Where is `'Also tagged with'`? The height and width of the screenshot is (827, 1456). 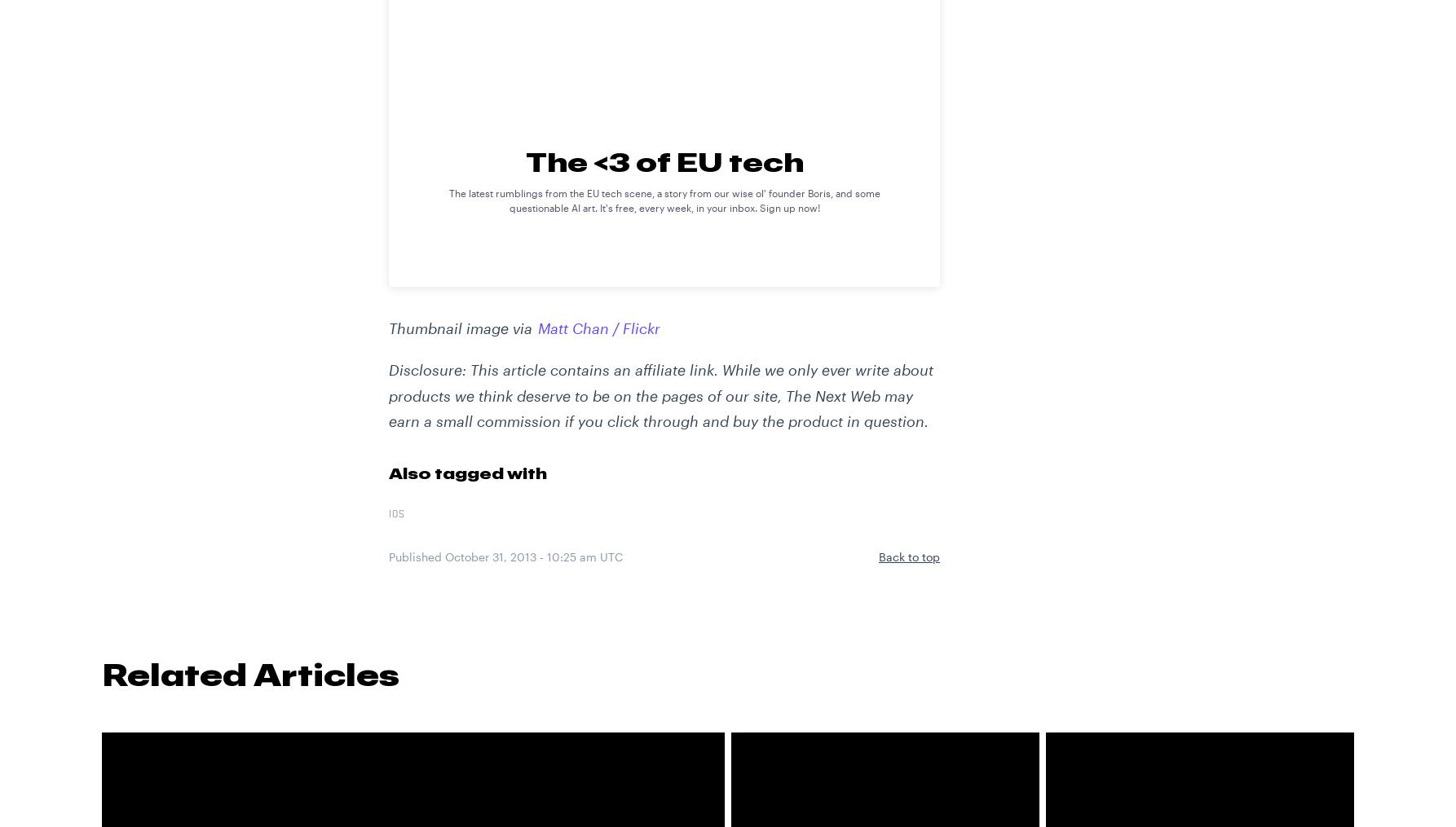
'Also tagged with' is located at coordinates (467, 472).